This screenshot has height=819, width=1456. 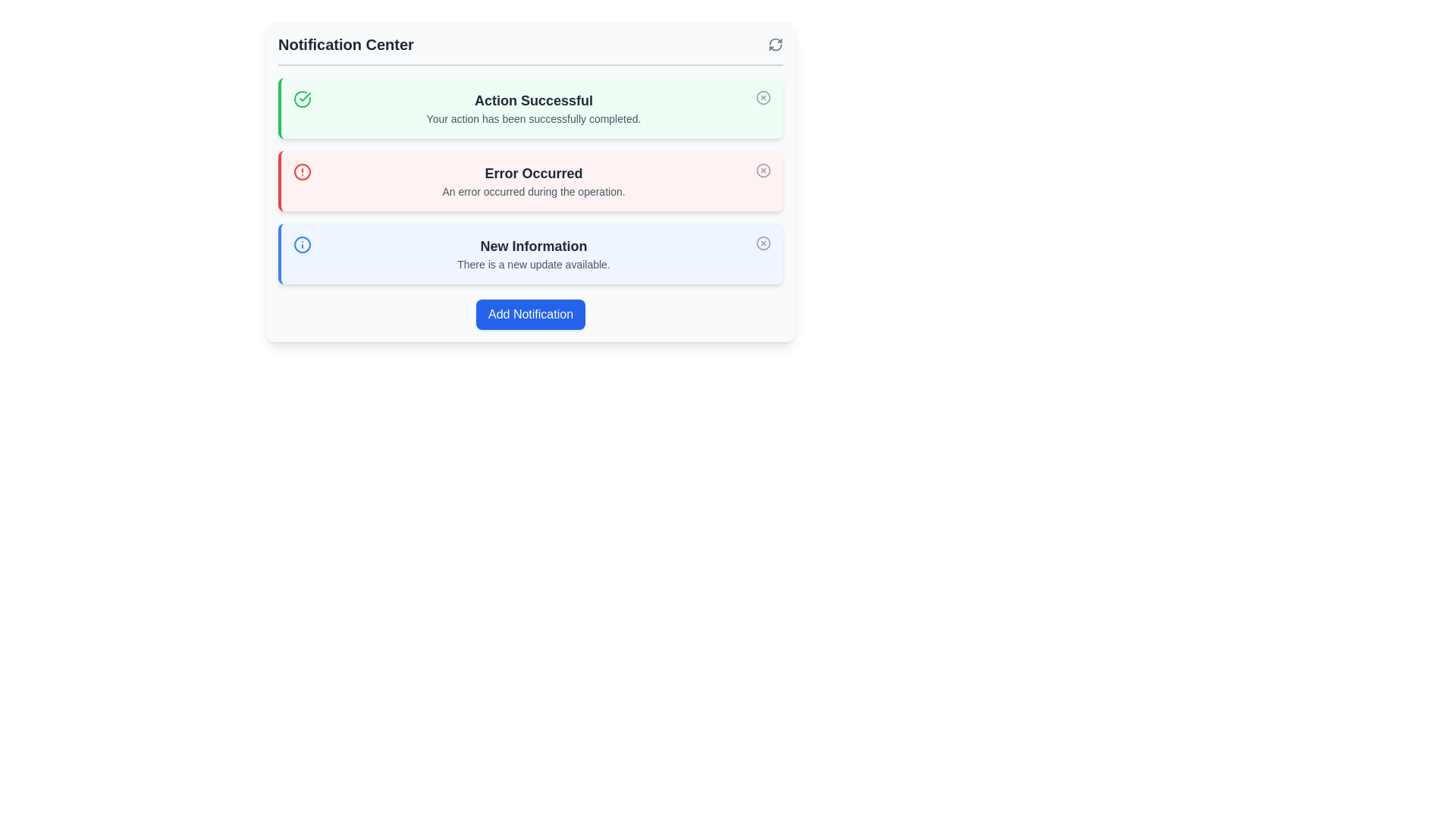 I want to click on the third notification card in the Notification Center, which has a blue background and contains the title 'New Information', so click(x=531, y=253).